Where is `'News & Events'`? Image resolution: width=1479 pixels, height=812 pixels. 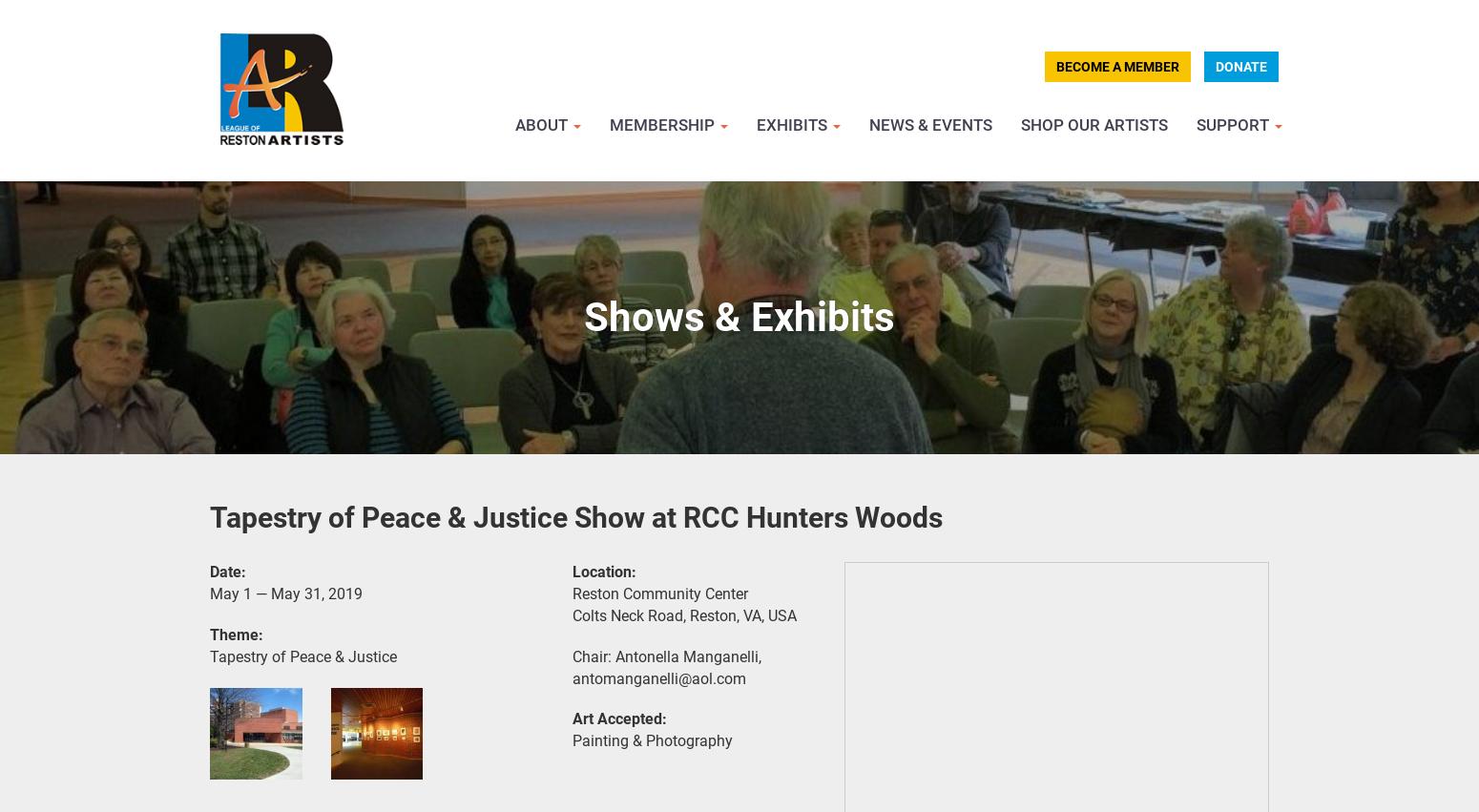 'News & Events' is located at coordinates (929, 124).